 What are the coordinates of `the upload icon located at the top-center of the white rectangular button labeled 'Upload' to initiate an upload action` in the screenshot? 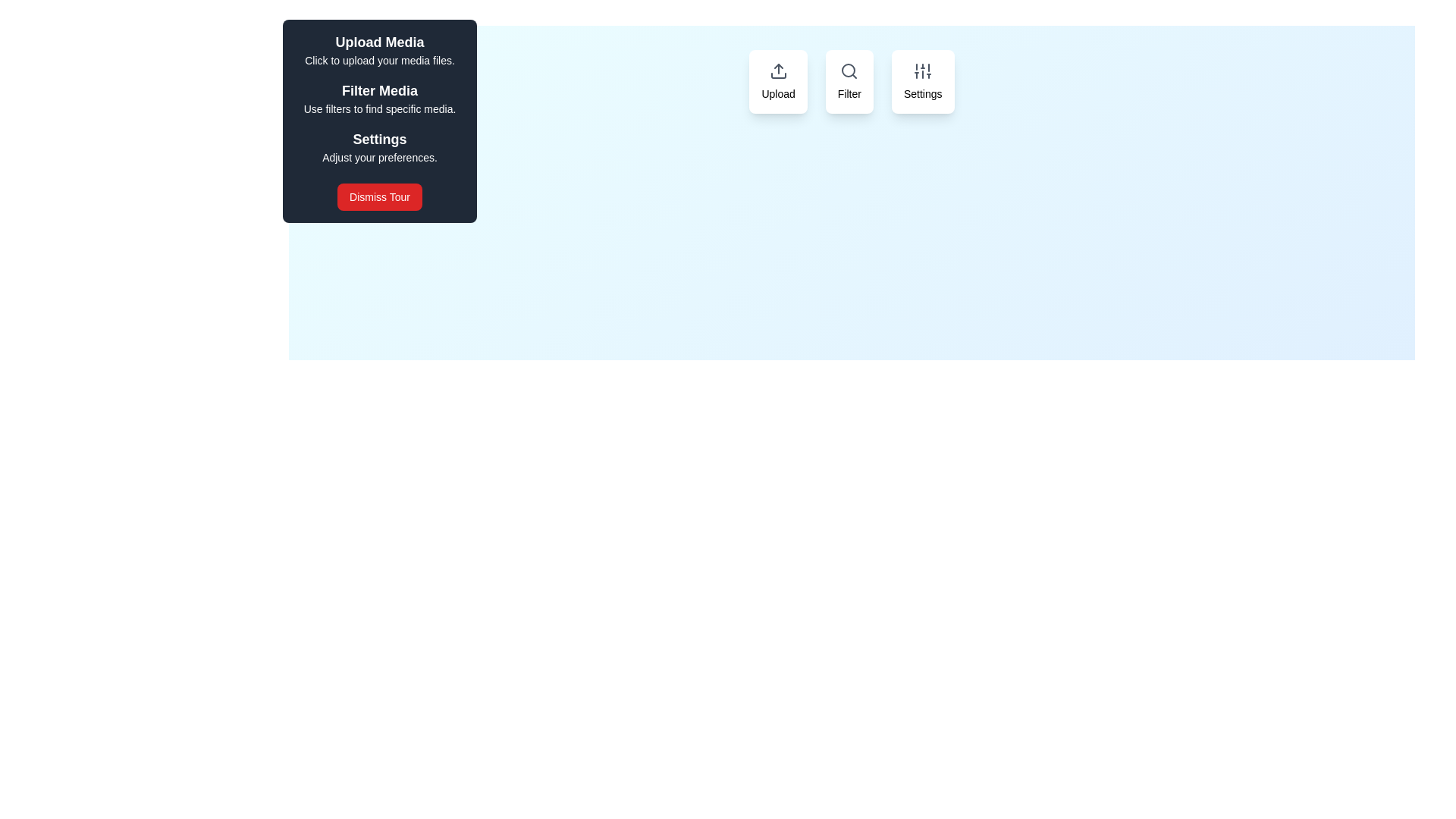 It's located at (778, 71).